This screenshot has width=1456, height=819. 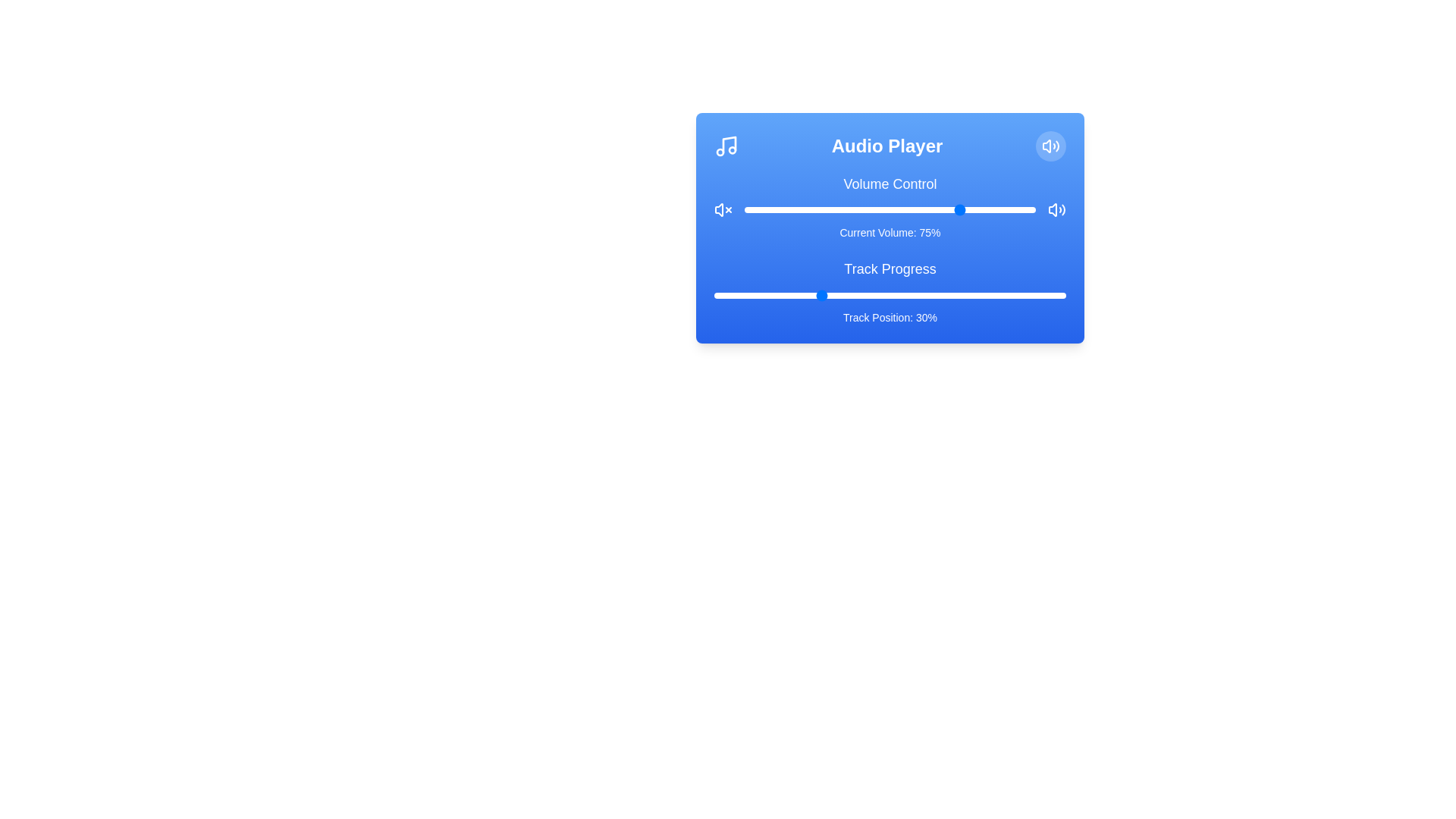 What do you see at coordinates (887, 146) in the screenshot?
I see `the text label indicating 'Audio Player', which serves as the title for the interface` at bounding box center [887, 146].